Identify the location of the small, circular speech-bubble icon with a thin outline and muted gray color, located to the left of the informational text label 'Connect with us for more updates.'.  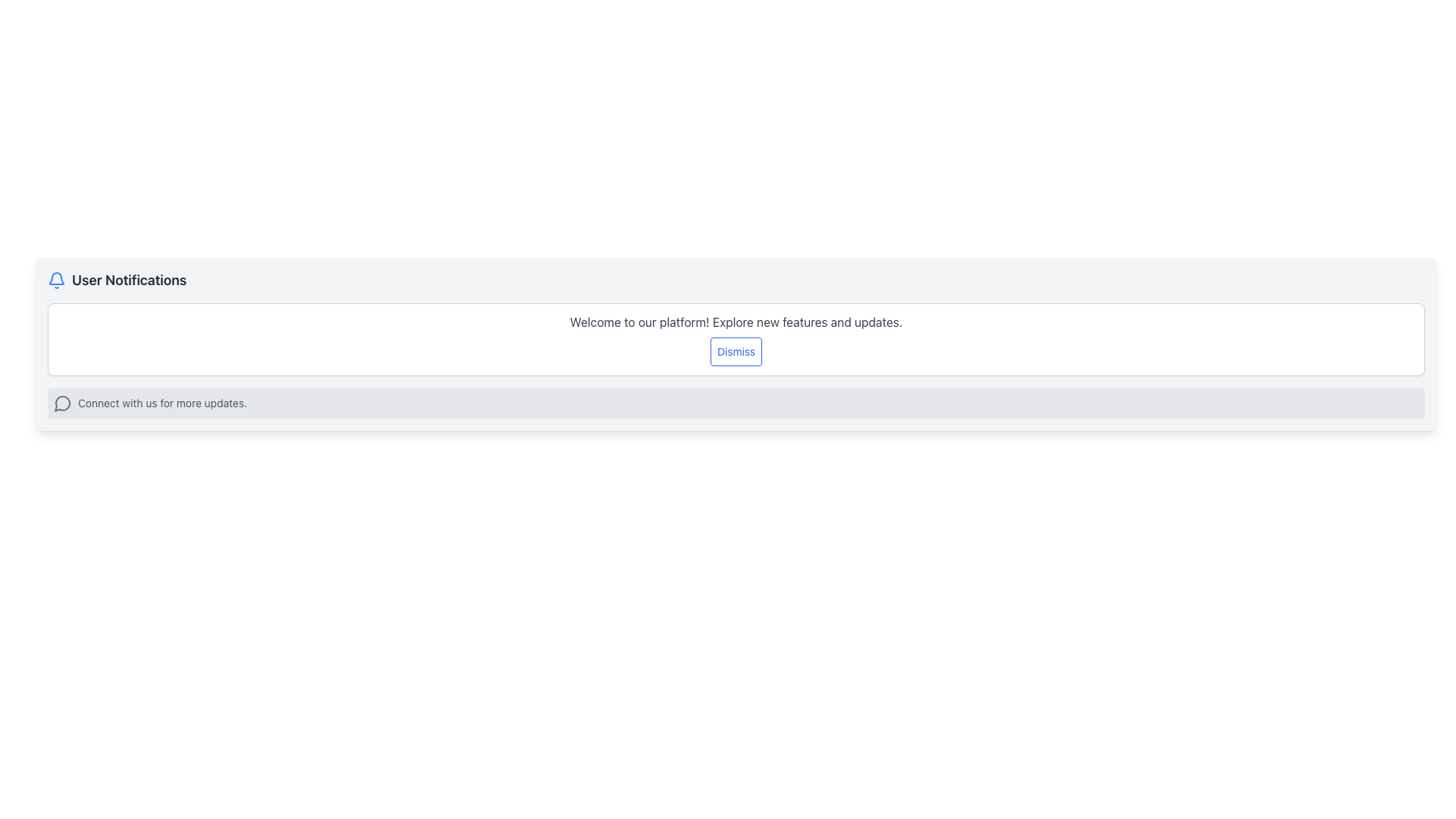
(61, 403).